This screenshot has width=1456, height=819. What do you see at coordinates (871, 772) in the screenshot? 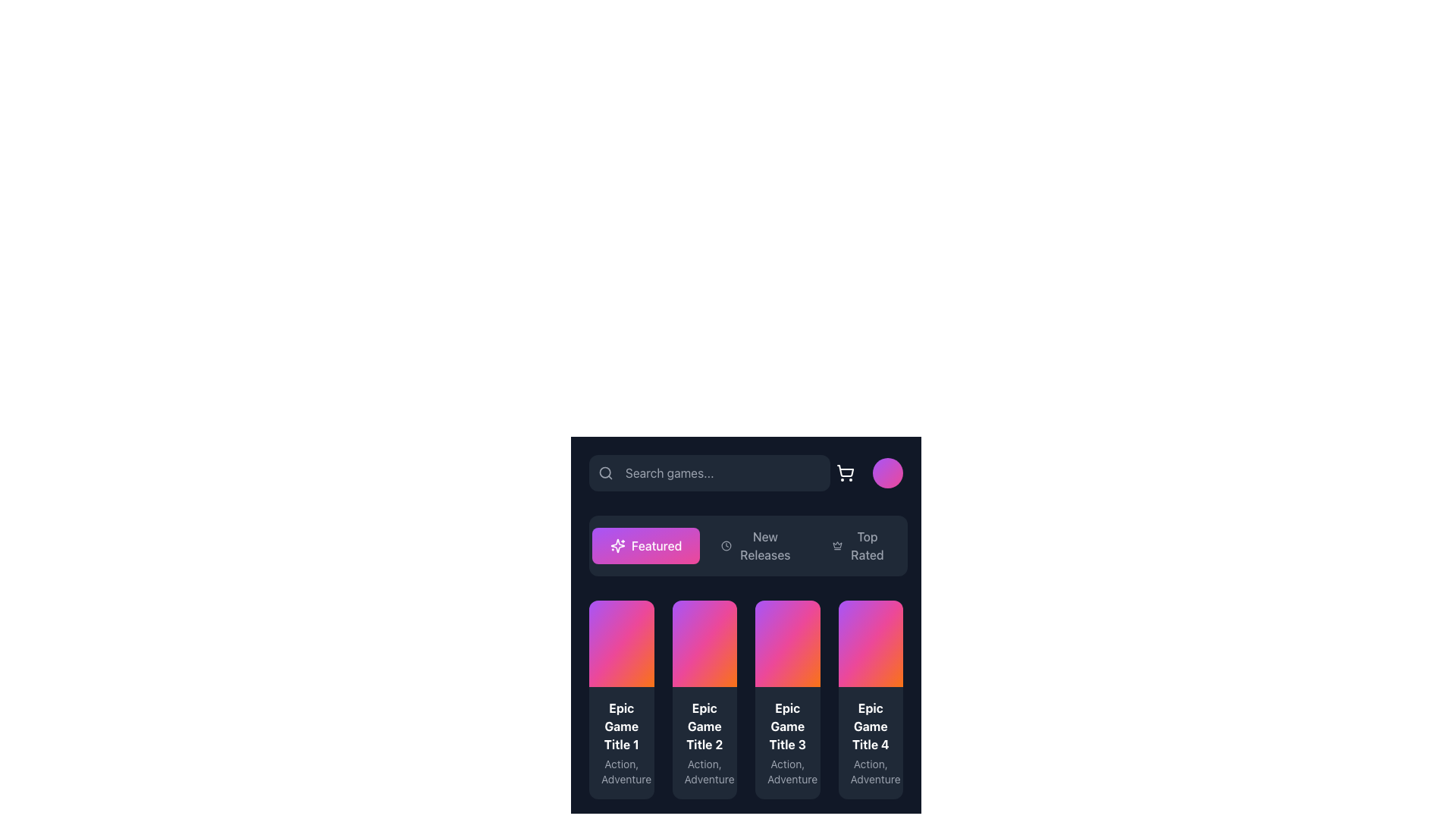
I see `text label displaying 'Action, Adventure' which is located below the title 'Epic Game Title 4' in the fourth card of a horizontal list` at bounding box center [871, 772].